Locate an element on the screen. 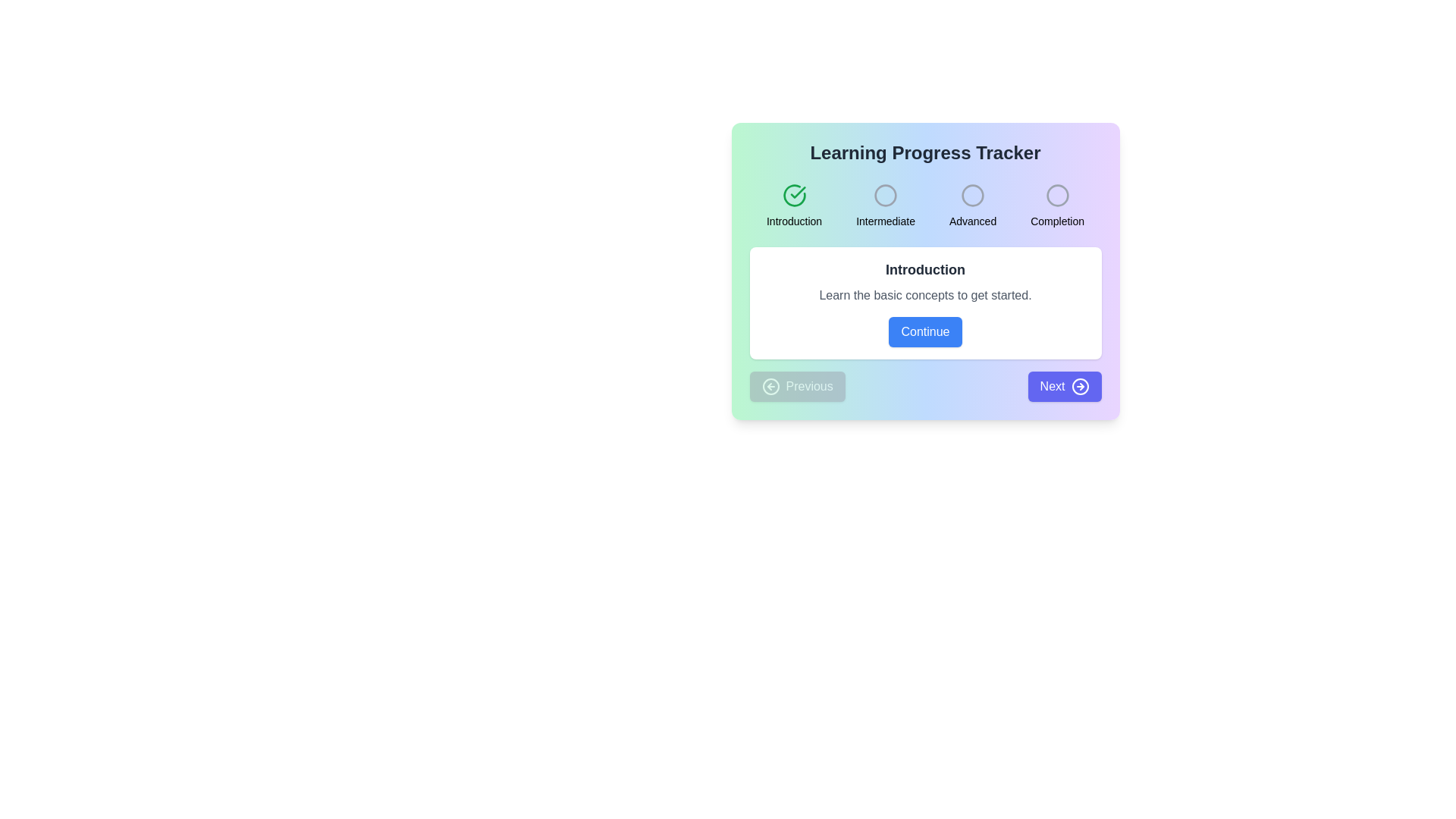  across the Progress Indicator Bar located centrally below the 'Learning Progress Tracker' heading is located at coordinates (924, 206).